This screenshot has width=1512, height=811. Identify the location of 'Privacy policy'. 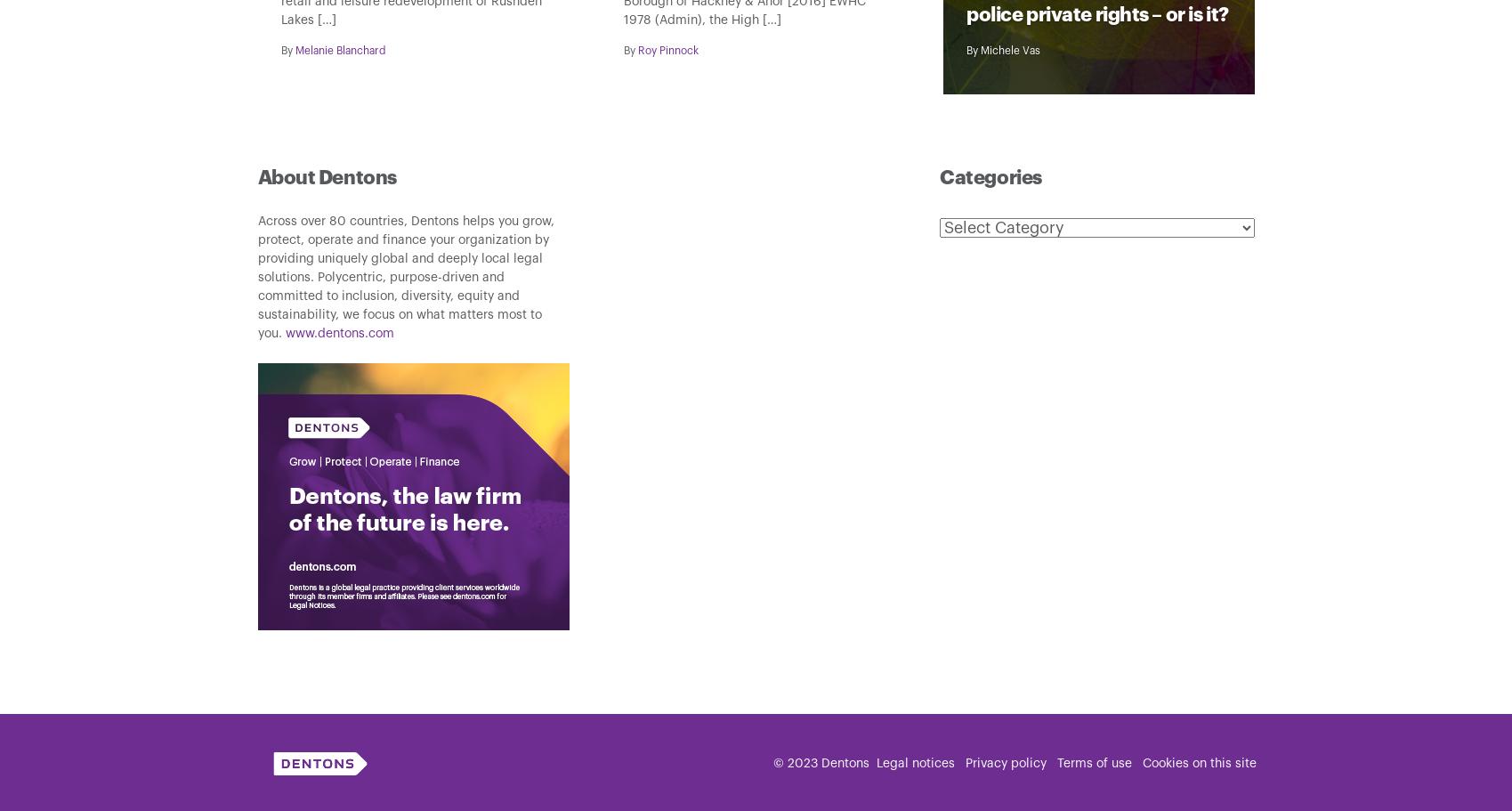
(1004, 762).